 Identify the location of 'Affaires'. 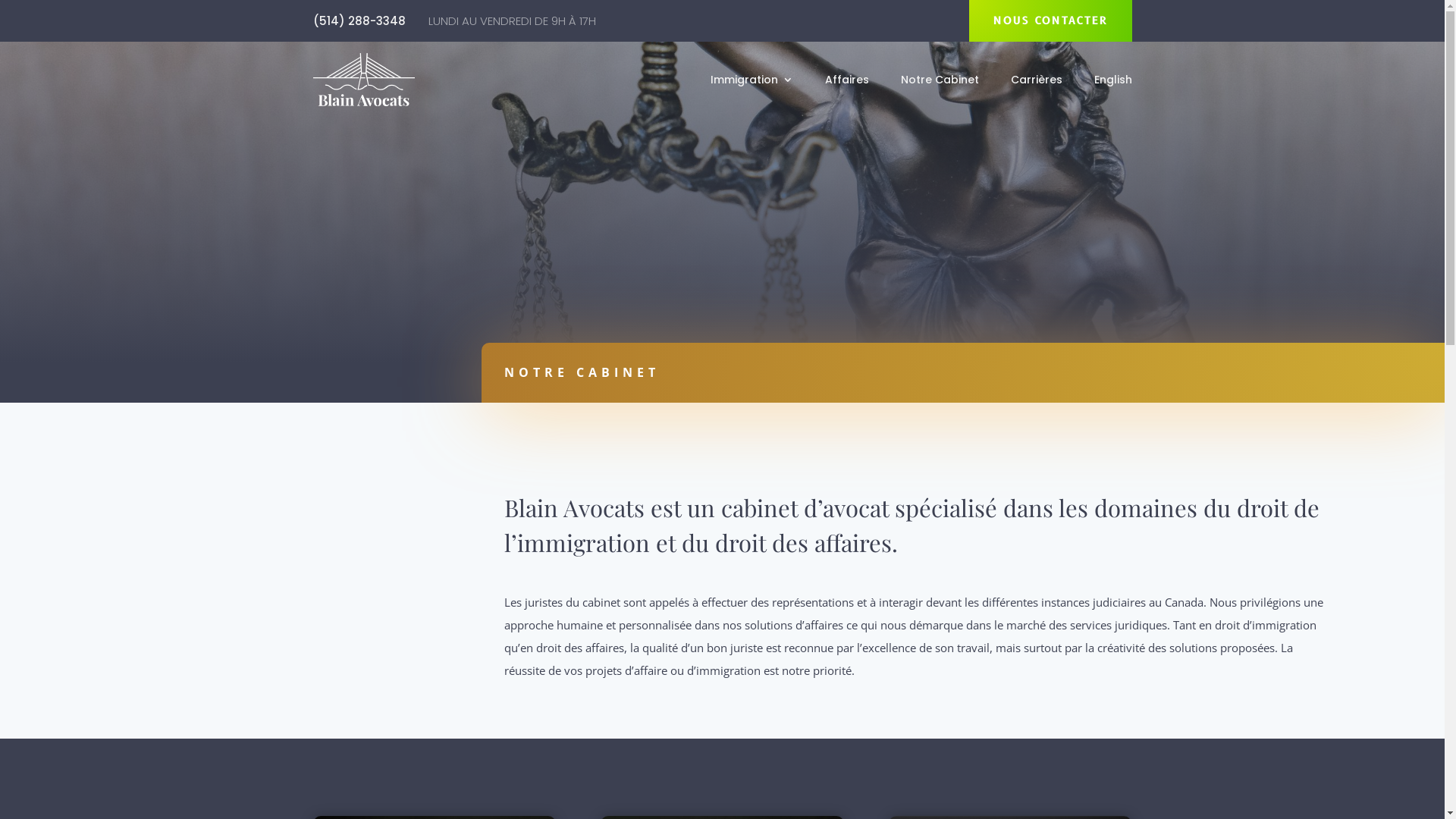
(846, 82).